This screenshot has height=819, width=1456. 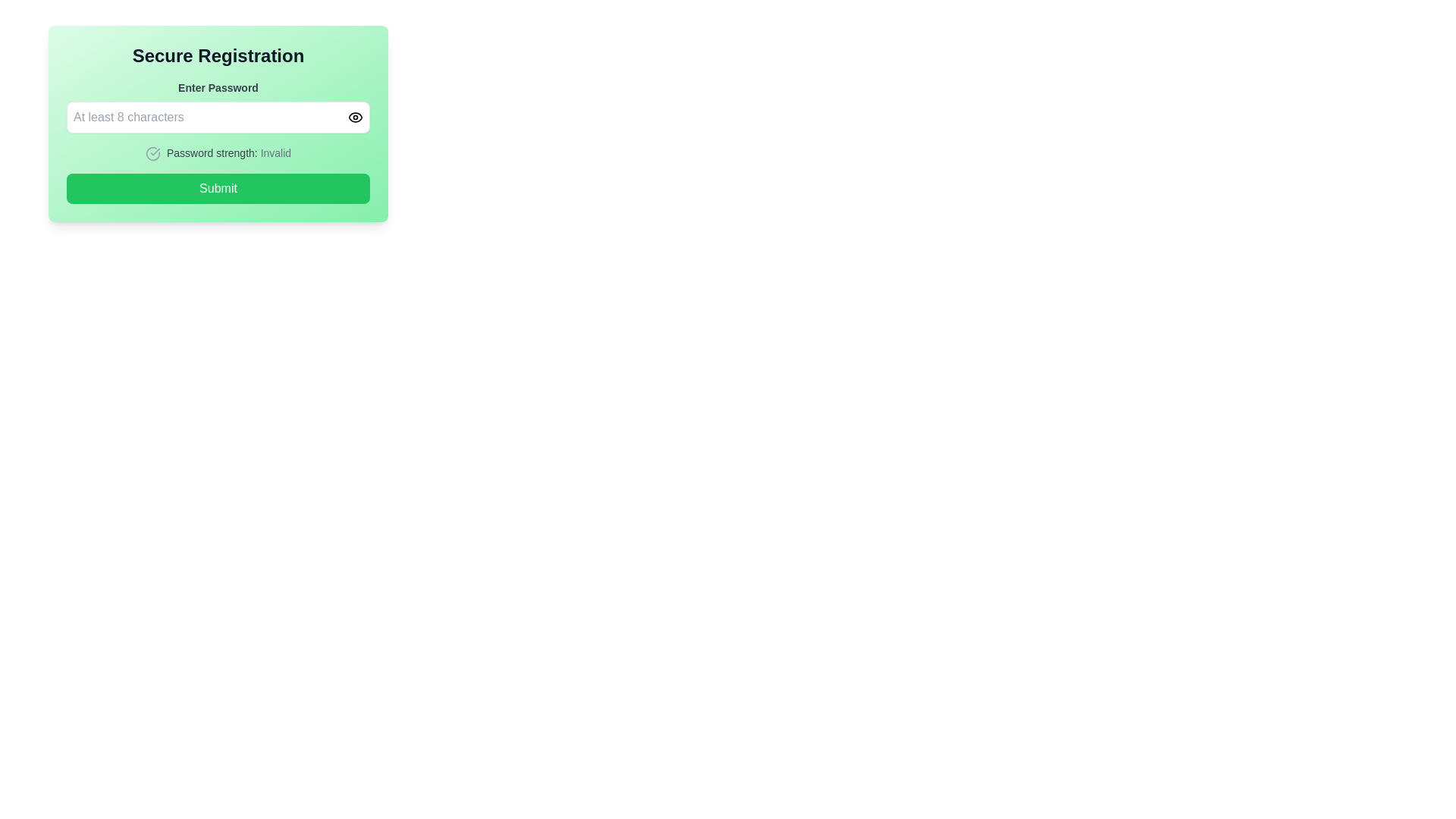 I want to click on the 'Submit' button with a green background and white text, so click(x=218, y=188).